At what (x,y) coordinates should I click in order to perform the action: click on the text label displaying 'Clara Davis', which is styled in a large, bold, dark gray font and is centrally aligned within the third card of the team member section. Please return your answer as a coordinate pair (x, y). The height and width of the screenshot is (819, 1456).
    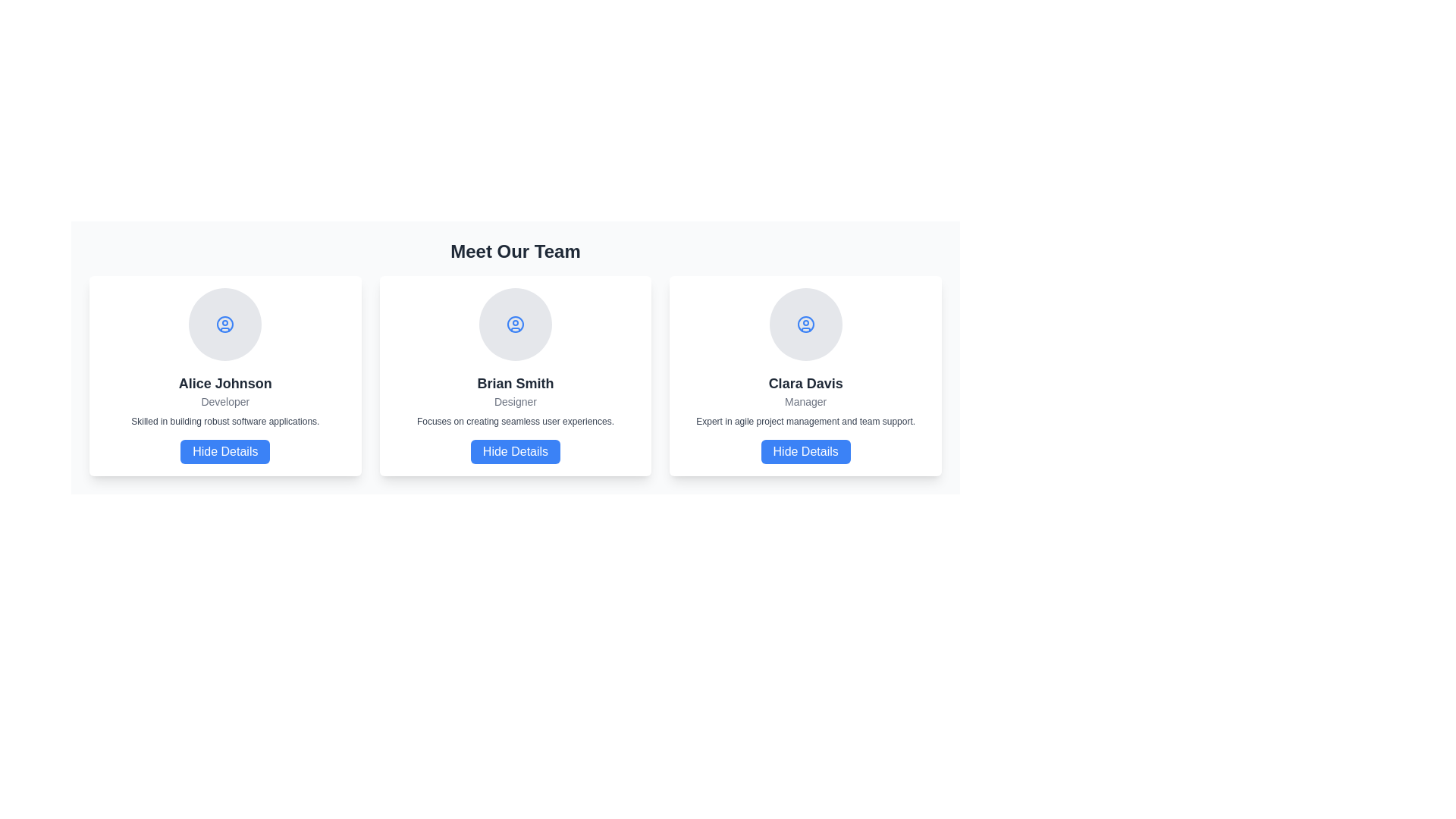
    Looking at the image, I should click on (805, 382).